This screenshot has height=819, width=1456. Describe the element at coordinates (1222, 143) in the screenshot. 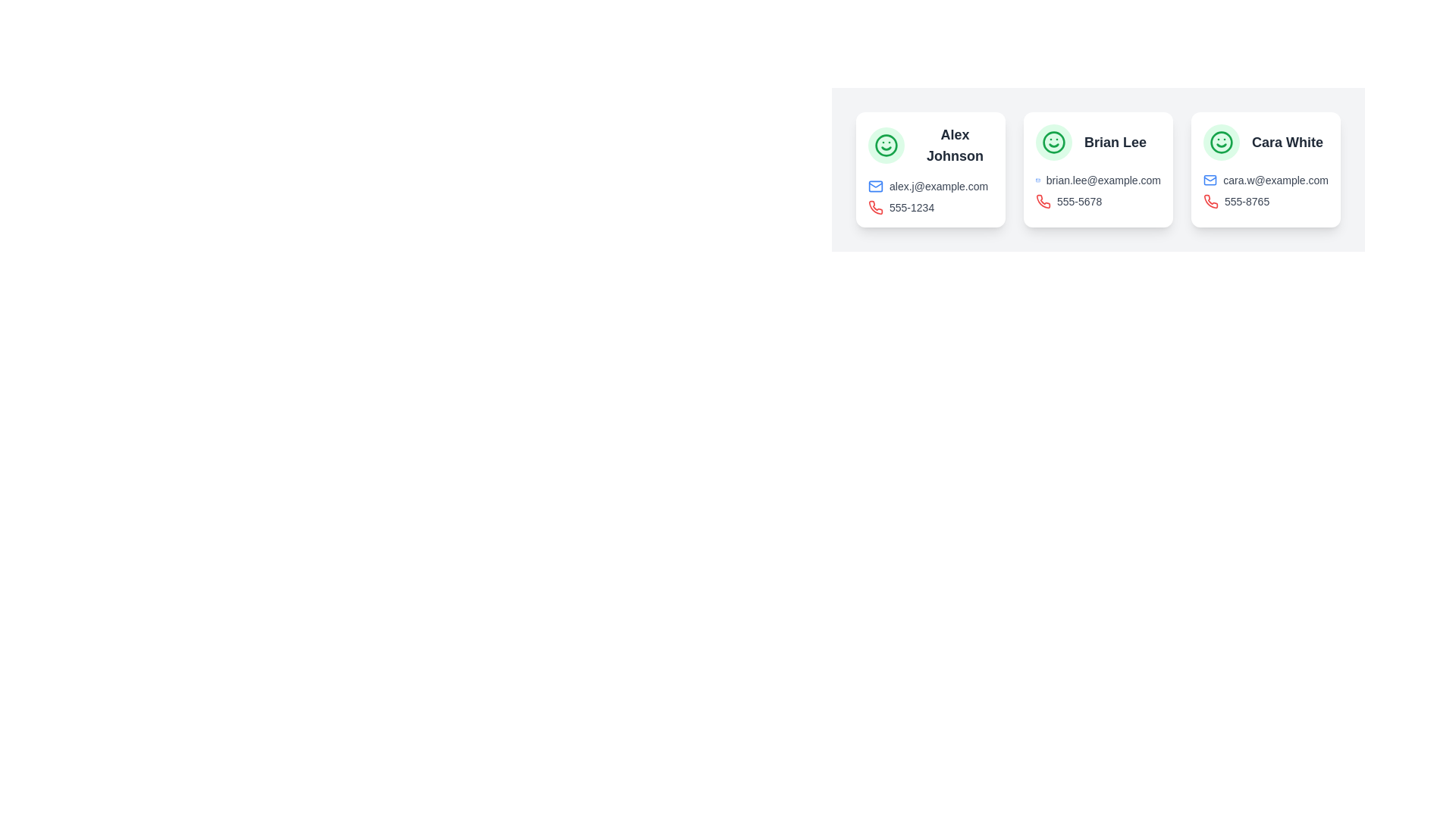

I see `the decorative icon located in the top-left corner of the card for 'Cara White', positioned to the left of the person's name` at that location.